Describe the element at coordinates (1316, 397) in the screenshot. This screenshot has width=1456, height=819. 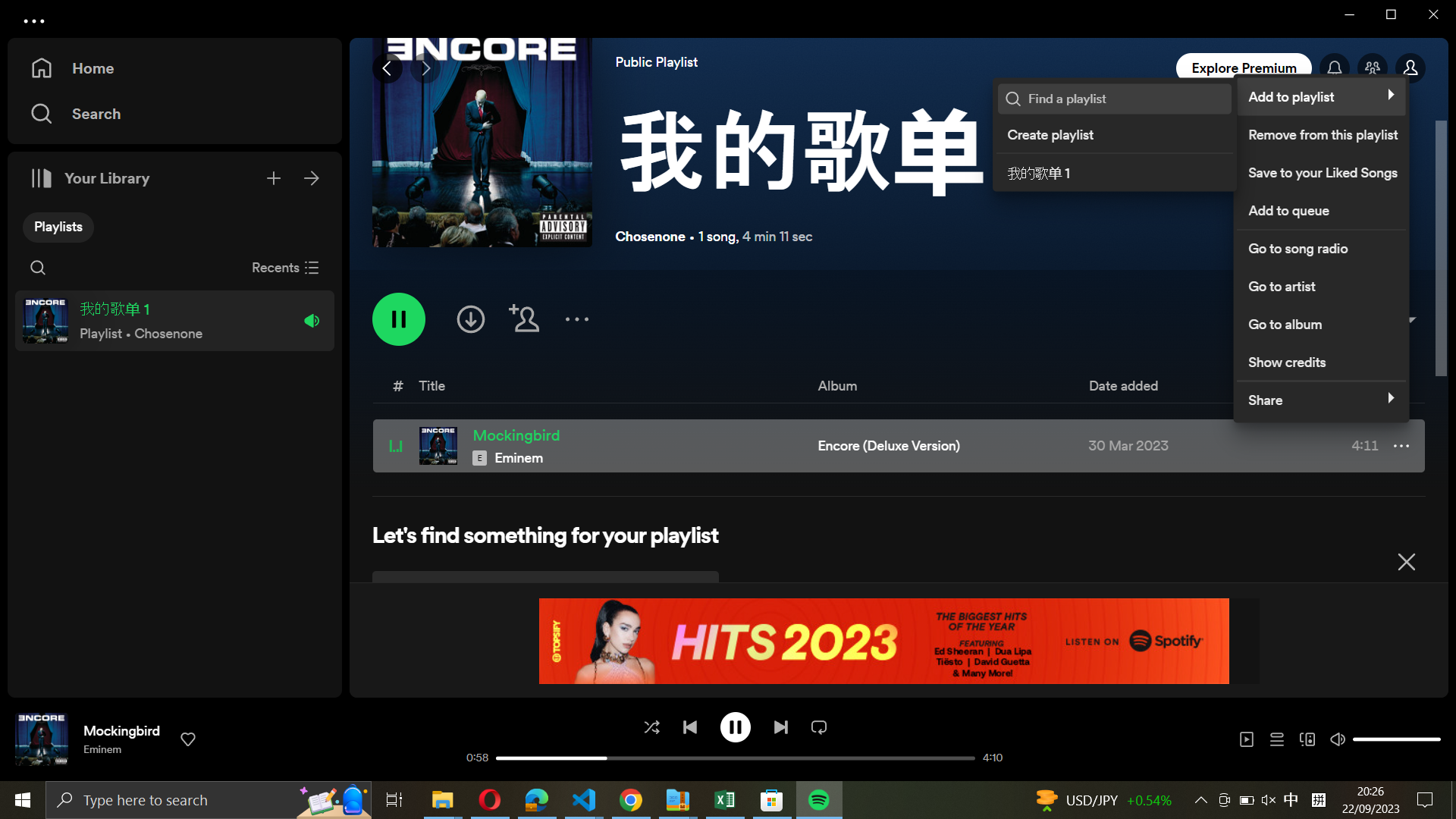
I see `Circulate the musical piece` at that location.